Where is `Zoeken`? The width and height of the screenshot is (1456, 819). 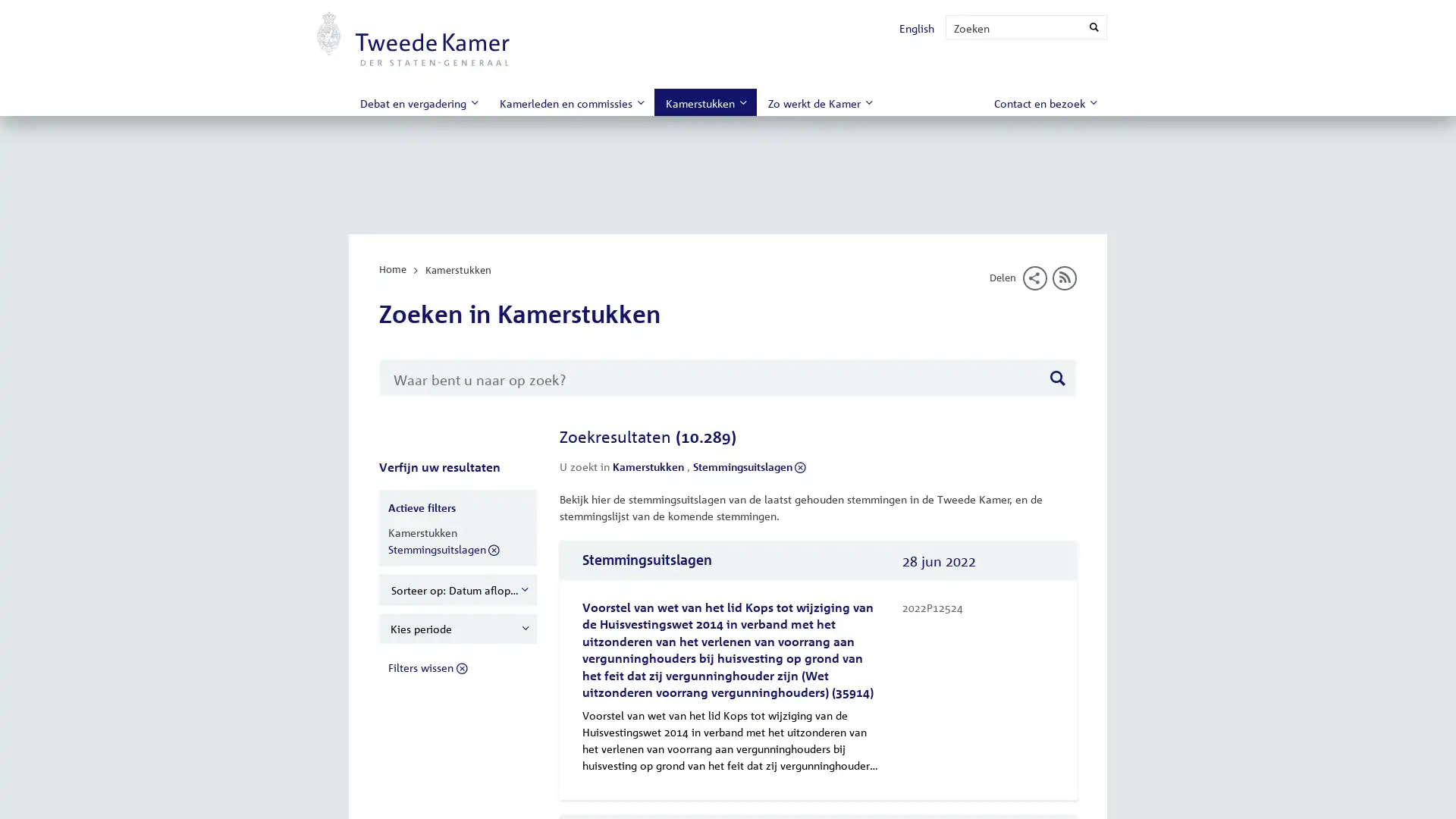 Zoeken is located at coordinates (1057, 377).